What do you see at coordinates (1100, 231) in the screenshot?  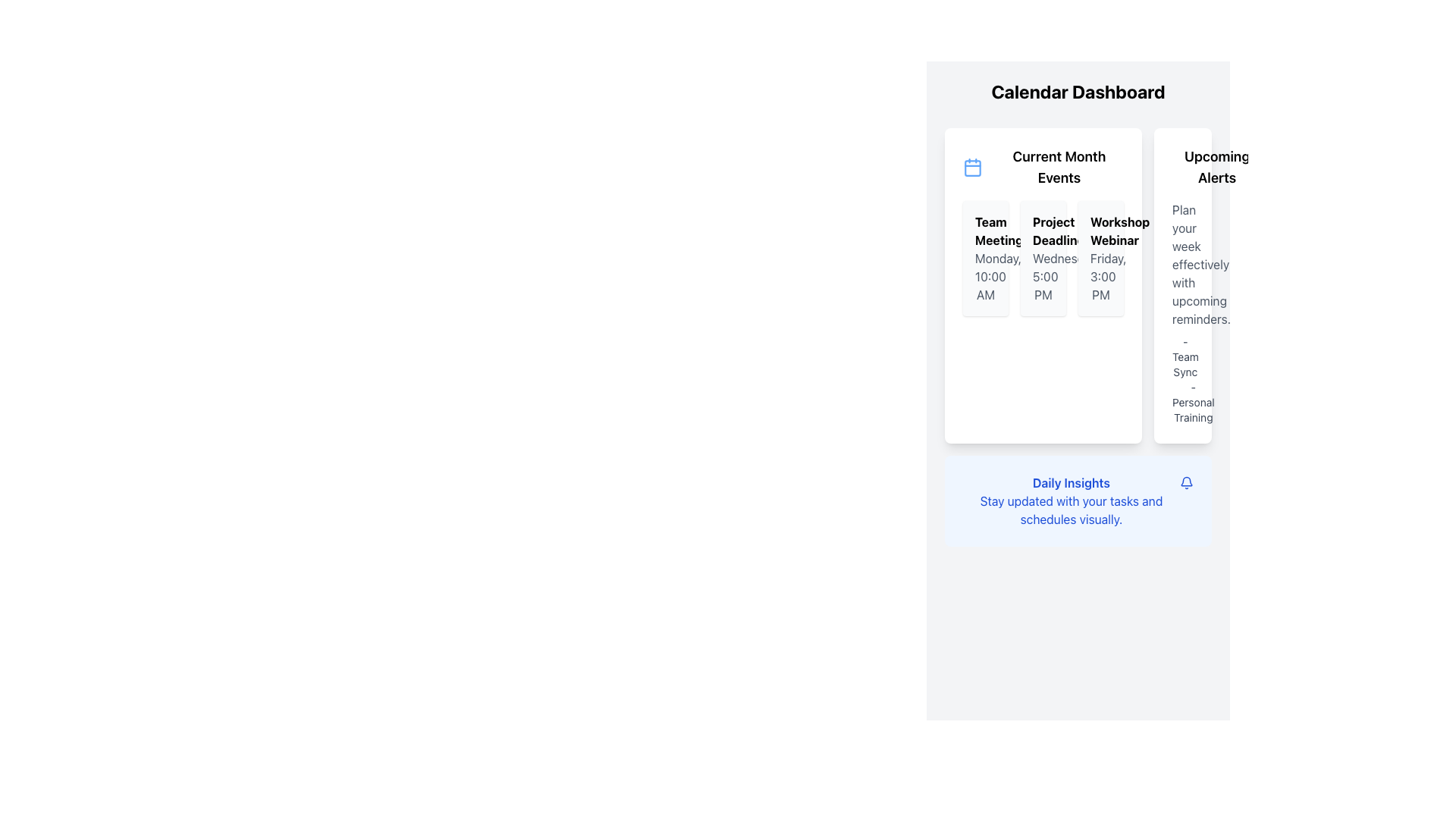 I see `the static text element that serves as a title for the event 'Workshop Webinar', located within the 'Current Month Events' section, positioned above 'Friday, 3:00 PM' and to the right of 'Project Deadline' card` at bounding box center [1100, 231].